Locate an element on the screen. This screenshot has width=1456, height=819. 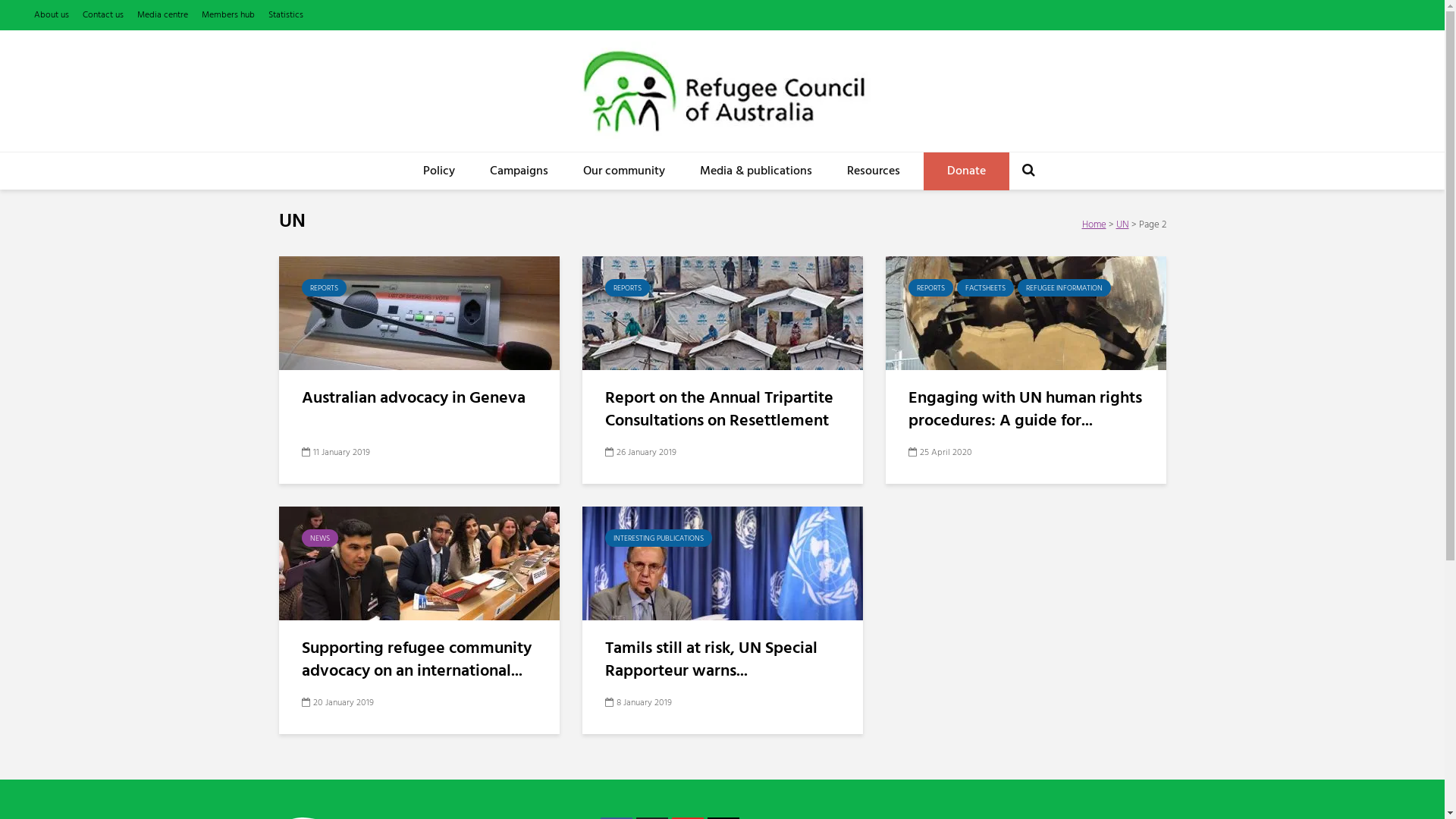
'NEWS' is located at coordinates (302, 537).